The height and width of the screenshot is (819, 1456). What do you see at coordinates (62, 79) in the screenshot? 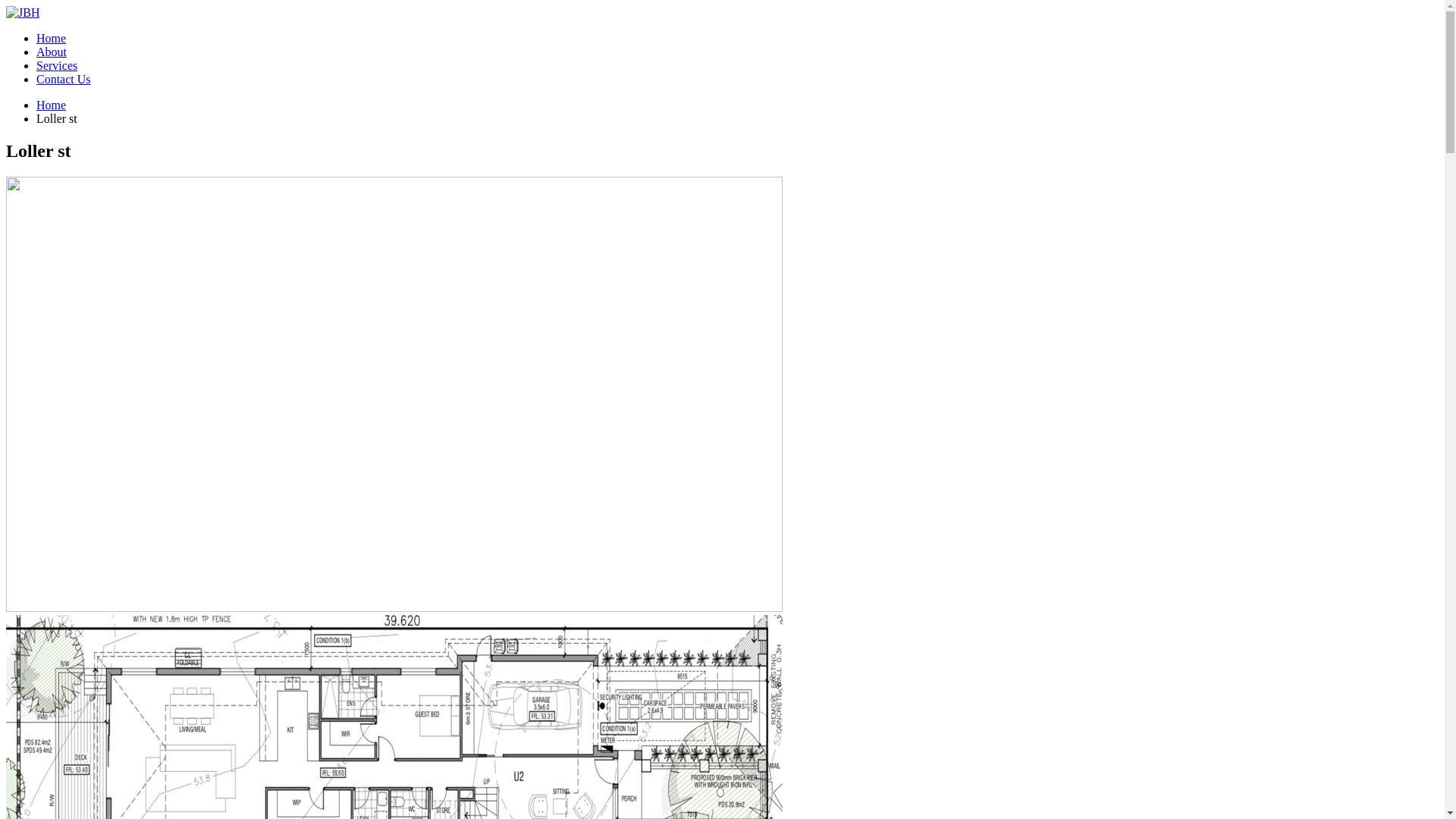
I see `'Contact Us'` at bounding box center [62, 79].